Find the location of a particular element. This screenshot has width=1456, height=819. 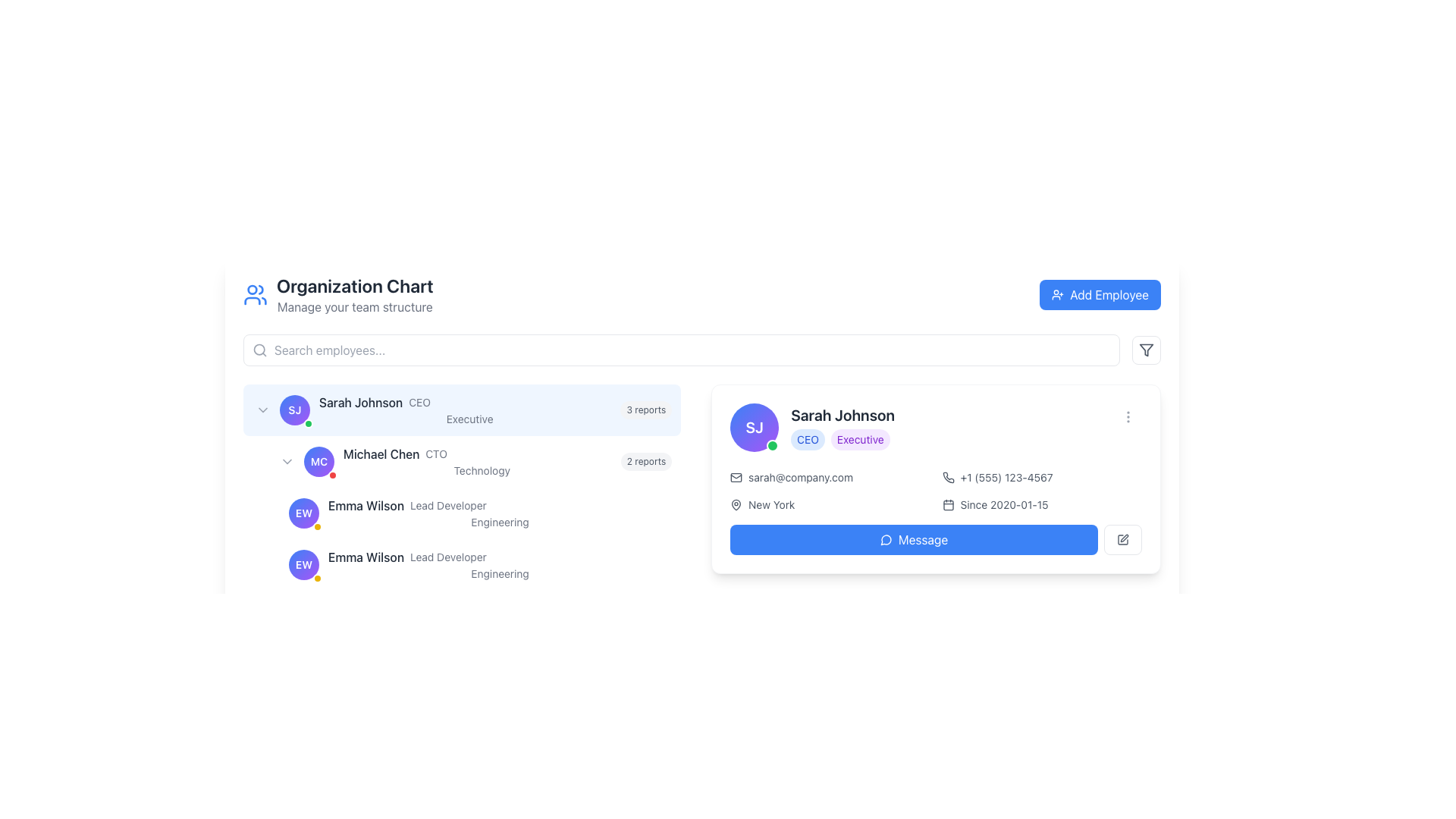

the static text label indicating the department 'Engineering' located under the name 'Emma Wilson' and title 'Lead Developer' in the organization chart is located at coordinates (500, 573).